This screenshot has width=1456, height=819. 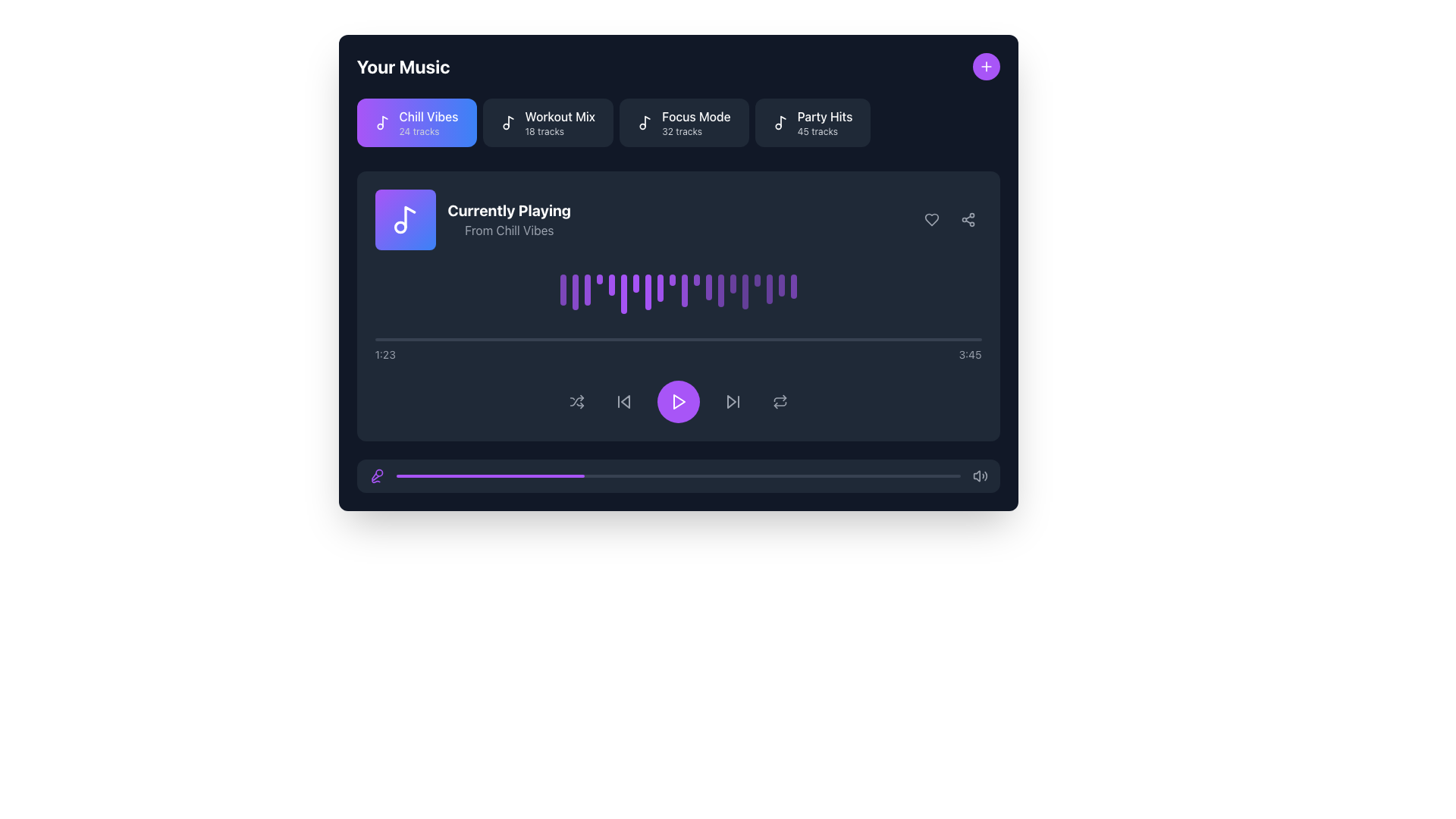 I want to click on the seventh vertical purple bar of the music visualizer, which is styled with a pulse animation and located between the 'Currently Playing' title and the playback controls, so click(x=635, y=284).